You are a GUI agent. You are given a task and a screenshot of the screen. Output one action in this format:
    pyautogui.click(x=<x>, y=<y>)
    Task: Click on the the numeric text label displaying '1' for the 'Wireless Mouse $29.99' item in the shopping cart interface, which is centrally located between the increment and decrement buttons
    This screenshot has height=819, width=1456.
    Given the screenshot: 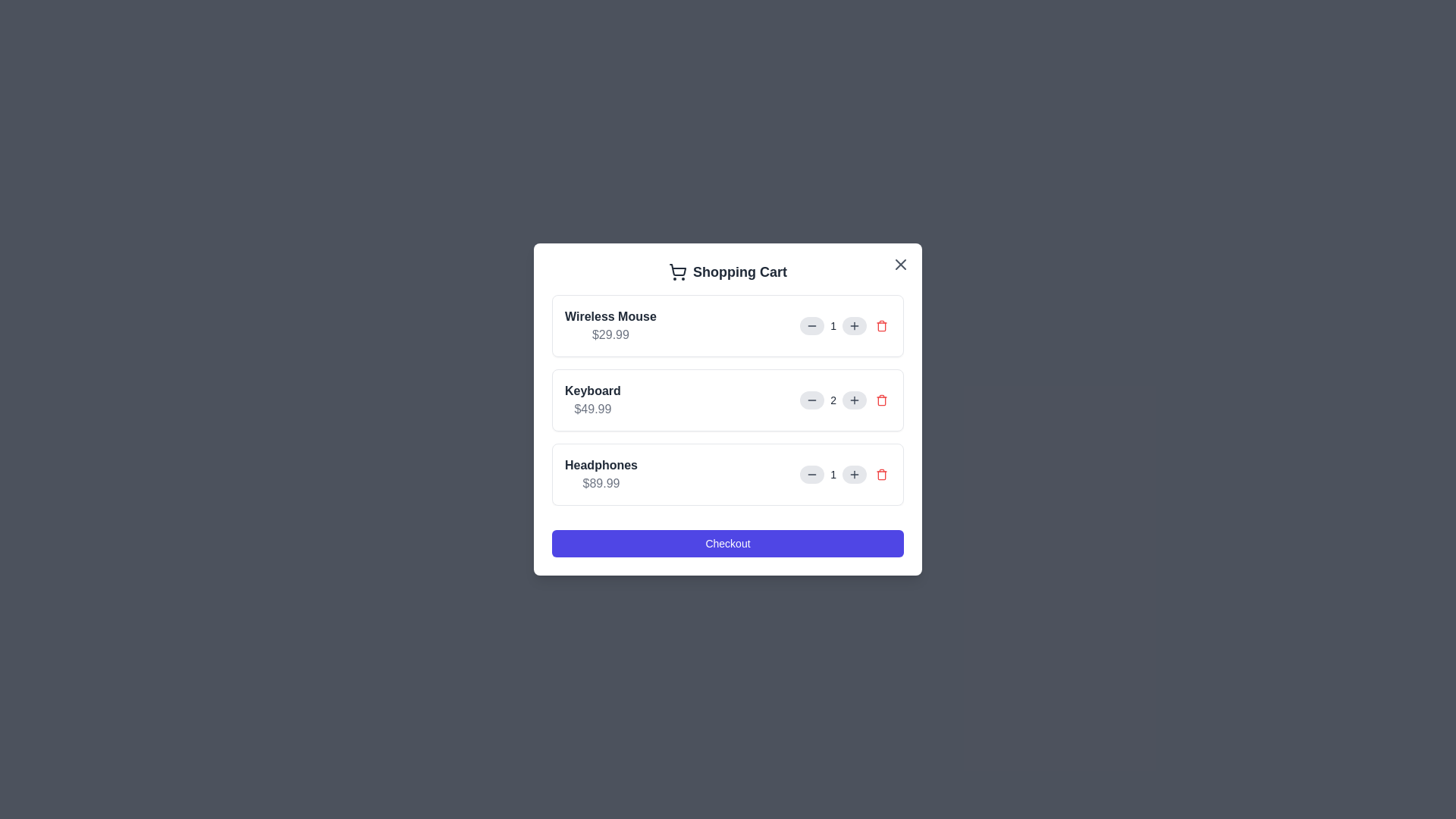 What is the action you would take?
    pyautogui.click(x=845, y=325)
    